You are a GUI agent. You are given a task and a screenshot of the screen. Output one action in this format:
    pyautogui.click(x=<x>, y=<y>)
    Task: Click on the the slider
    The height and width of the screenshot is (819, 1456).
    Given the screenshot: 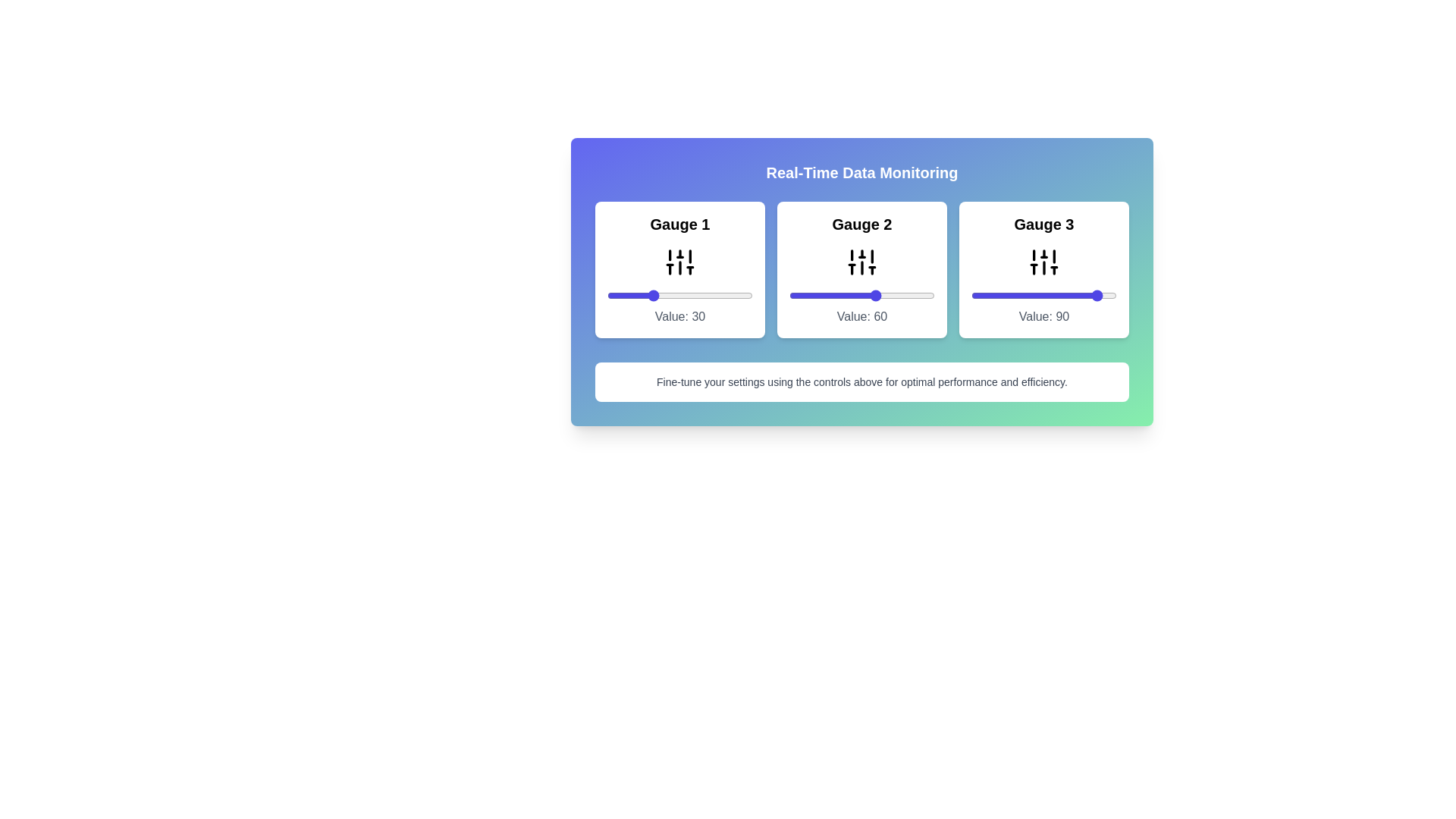 What is the action you would take?
    pyautogui.click(x=799, y=295)
    